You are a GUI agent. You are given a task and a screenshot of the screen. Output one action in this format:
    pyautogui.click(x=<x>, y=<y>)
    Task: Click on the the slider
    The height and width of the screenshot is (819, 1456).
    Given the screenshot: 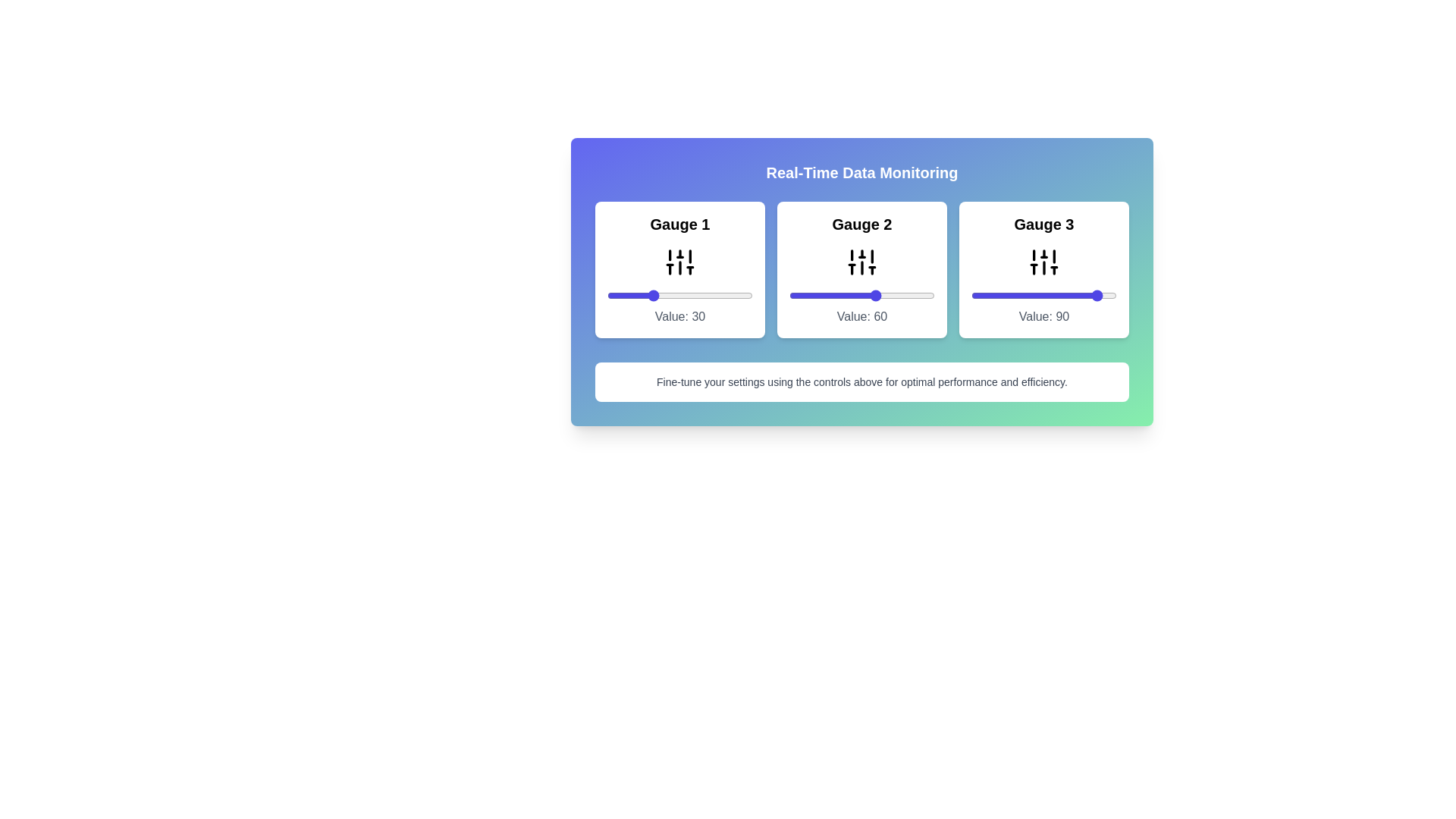 What is the action you would take?
    pyautogui.click(x=799, y=295)
    